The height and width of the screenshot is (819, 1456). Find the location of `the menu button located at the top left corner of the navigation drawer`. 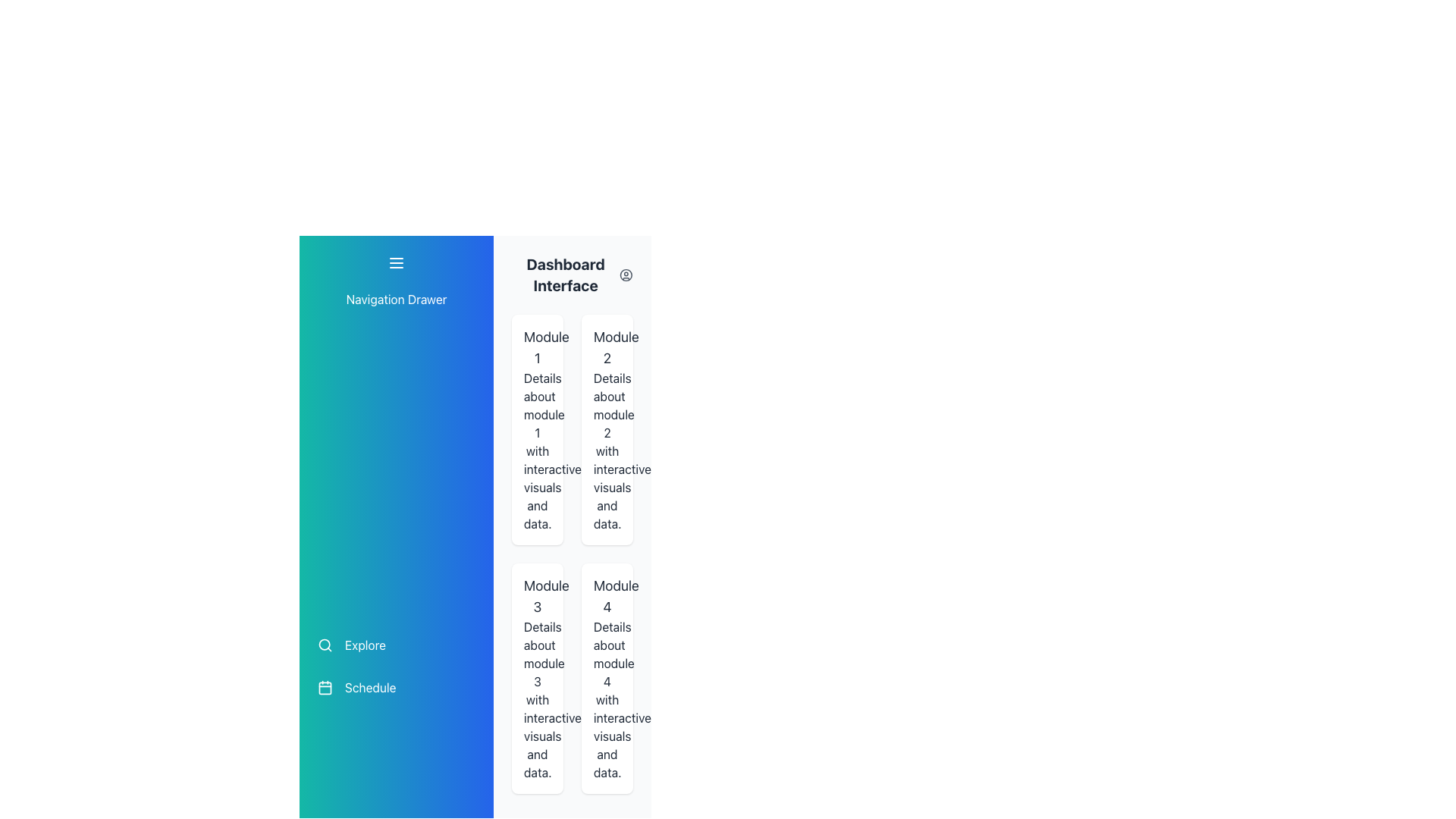

the menu button located at the top left corner of the navigation drawer is located at coordinates (397, 262).